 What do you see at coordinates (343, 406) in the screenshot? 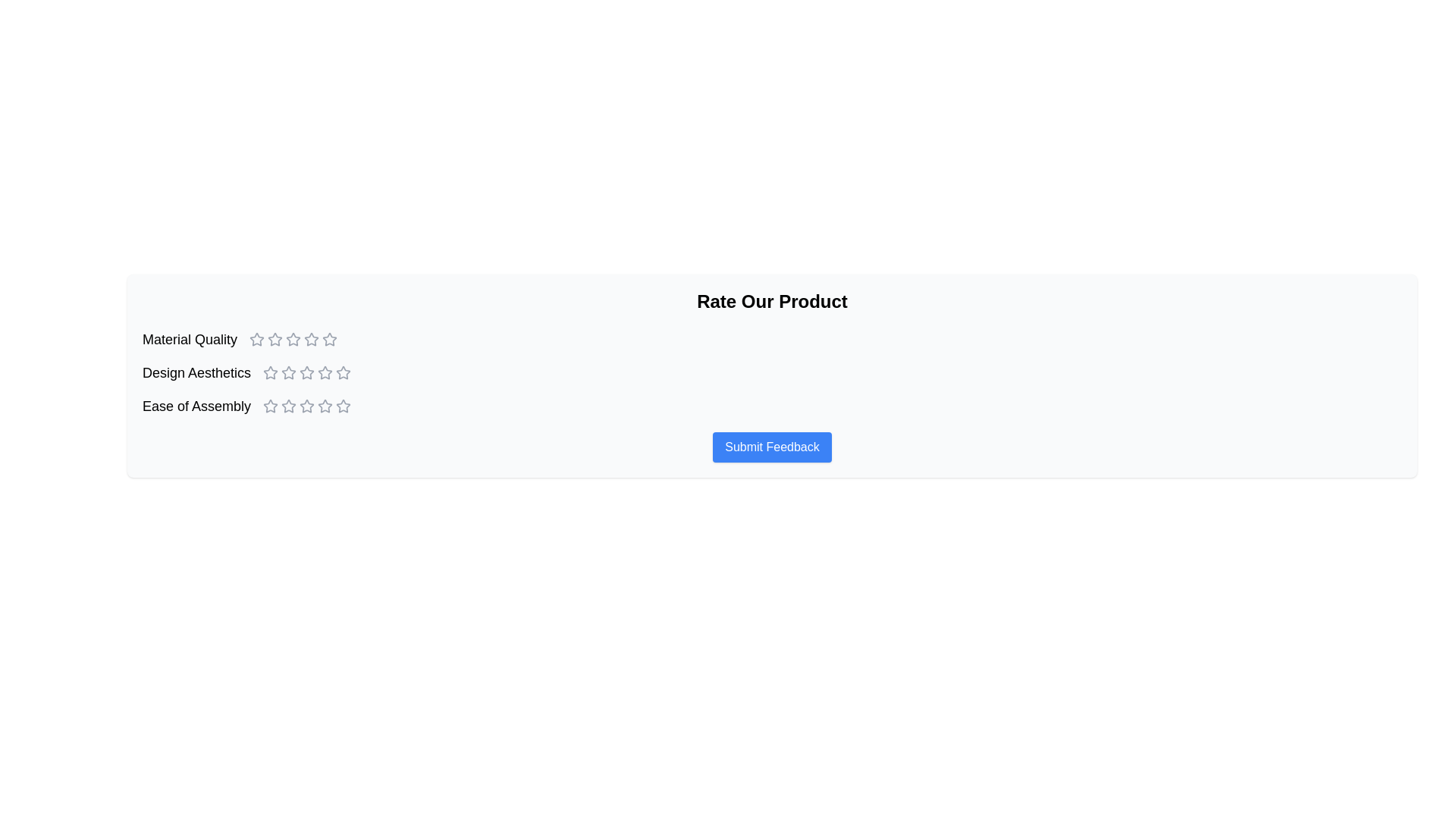
I see `the fifth star-shaped icon in the rating component for 'Ease of Assembly' to rate it` at bounding box center [343, 406].